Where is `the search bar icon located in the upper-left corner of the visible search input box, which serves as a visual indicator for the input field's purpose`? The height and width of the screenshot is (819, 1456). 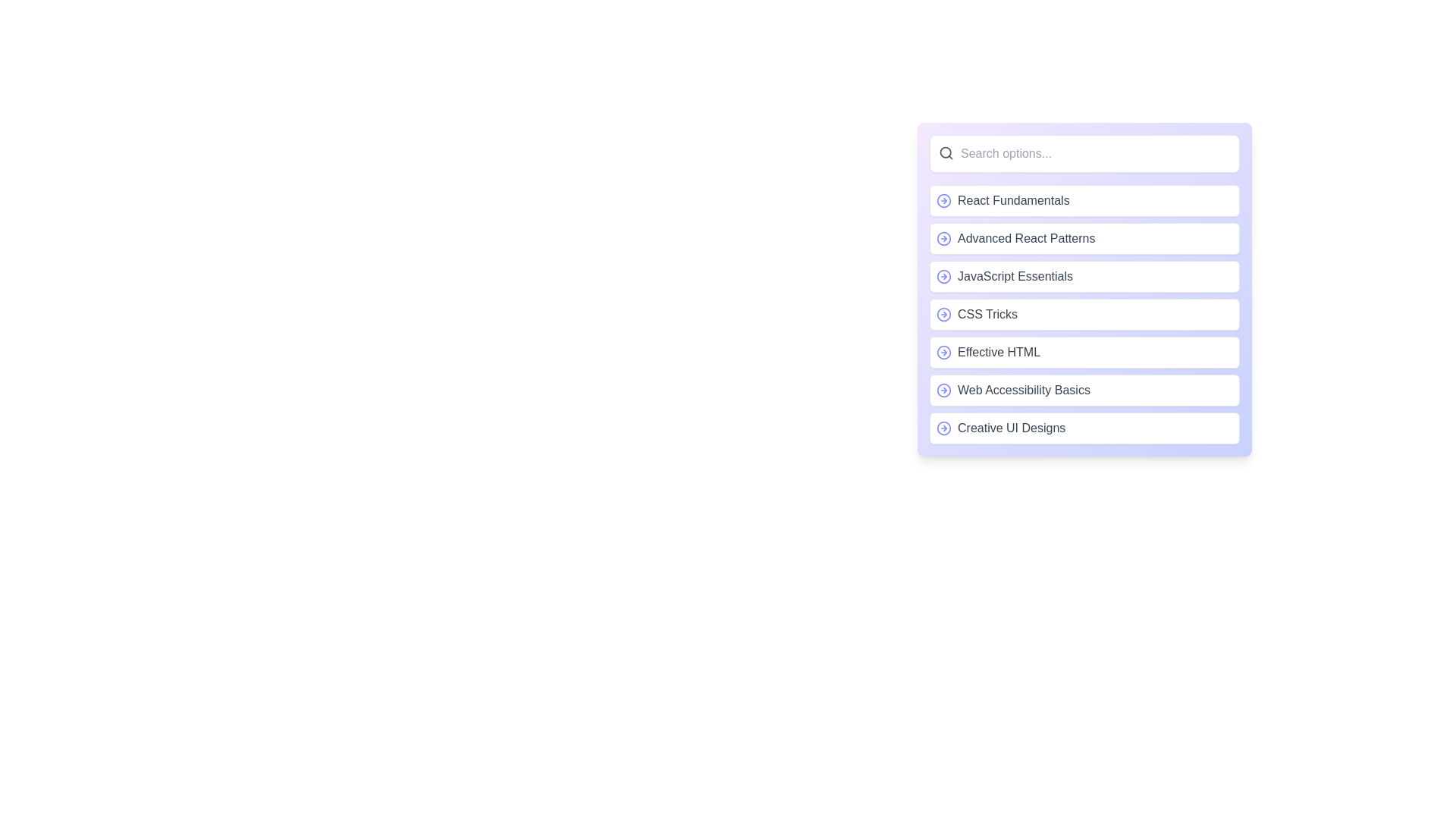 the search bar icon located in the upper-left corner of the visible search input box, which serves as a visual indicator for the input field's purpose is located at coordinates (946, 152).